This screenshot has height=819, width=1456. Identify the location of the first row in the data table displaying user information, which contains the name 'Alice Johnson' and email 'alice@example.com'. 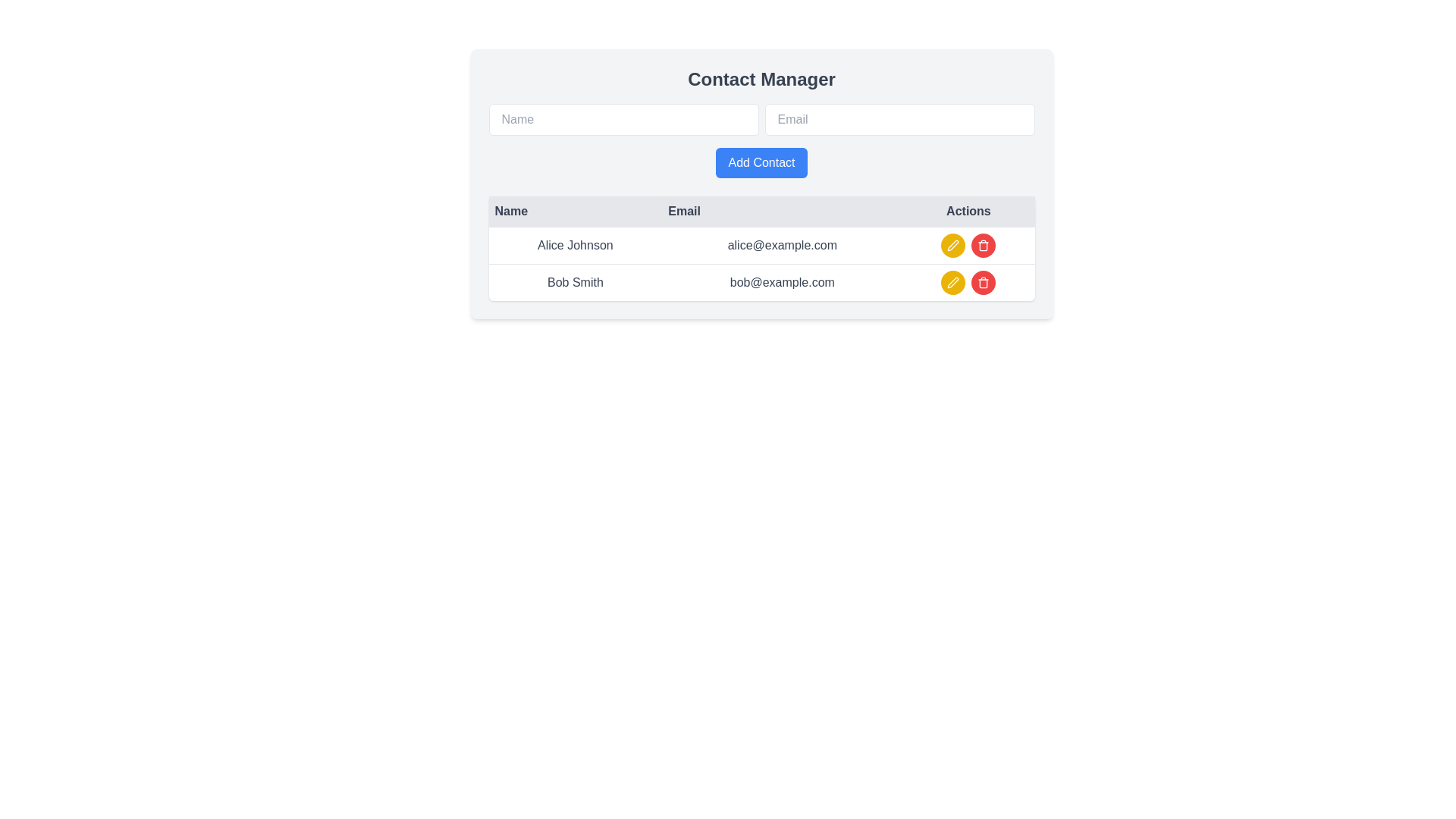
(761, 245).